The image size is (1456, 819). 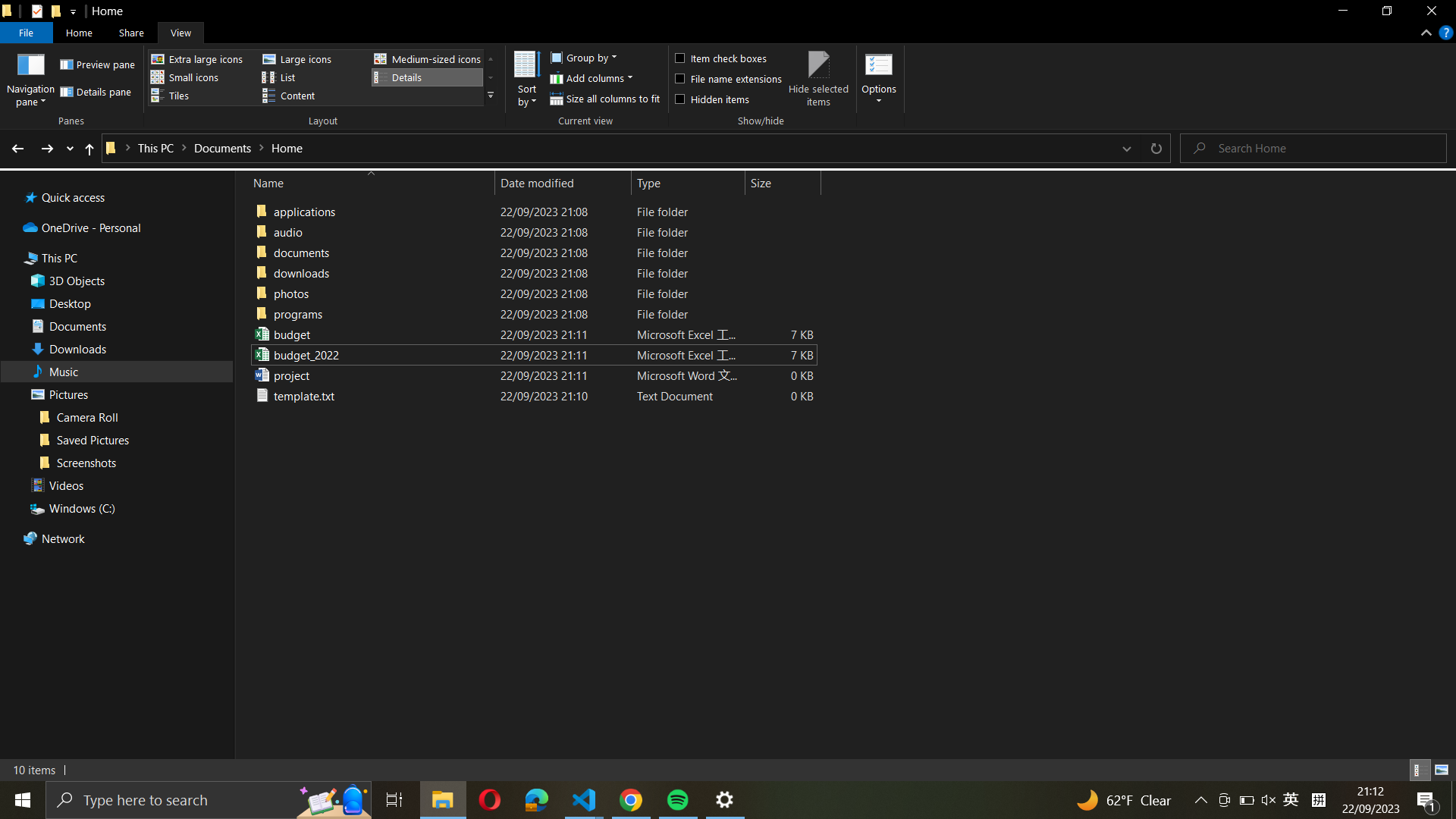 I want to click on Reposition the "template.txt" file to the "downloads" folder within this directory by dragging the file, so click(x=531, y=394).